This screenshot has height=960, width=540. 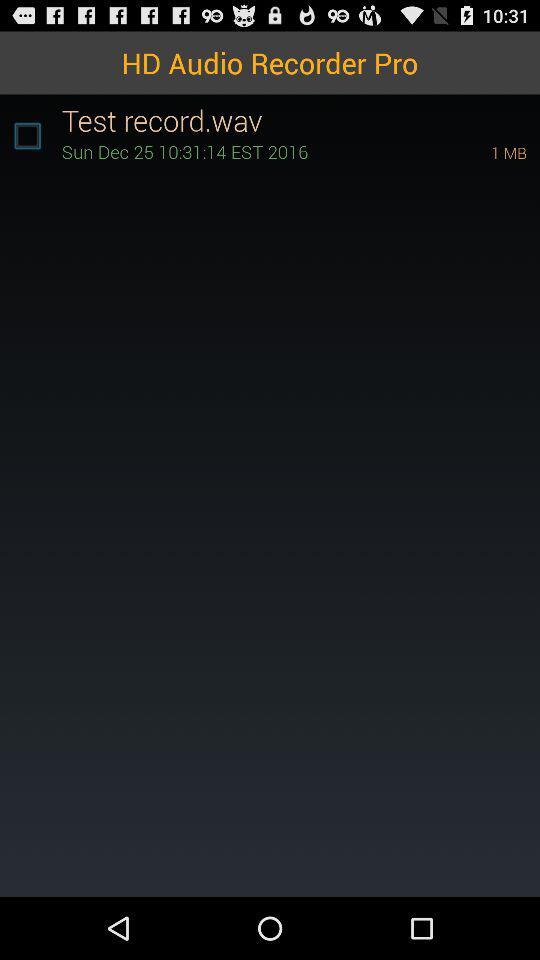 I want to click on the item above the sun dec 25, so click(x=299, y=120).